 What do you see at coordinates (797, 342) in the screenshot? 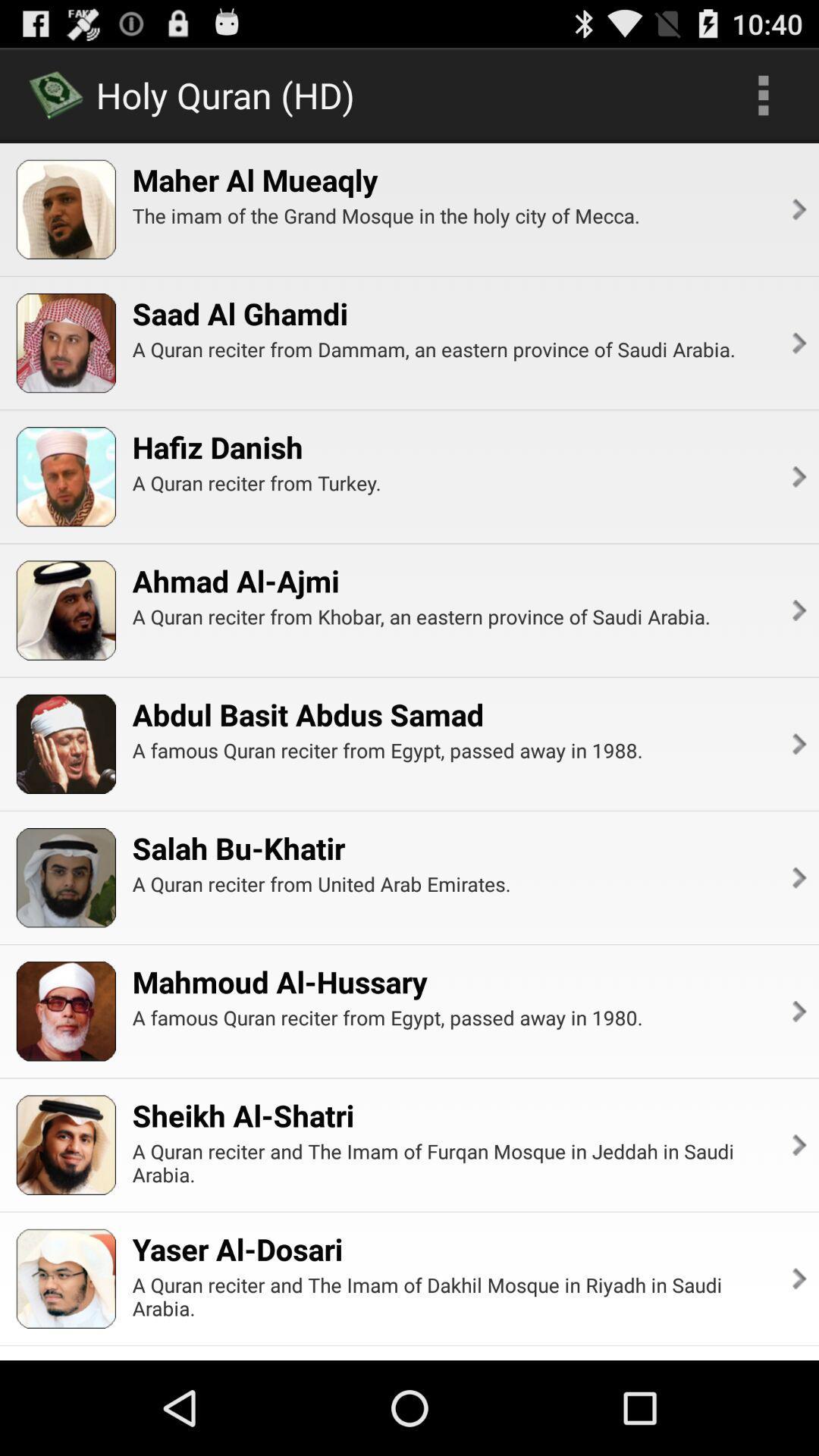
I see `the item next to a quran reciter` at bounding box center [797, 342].